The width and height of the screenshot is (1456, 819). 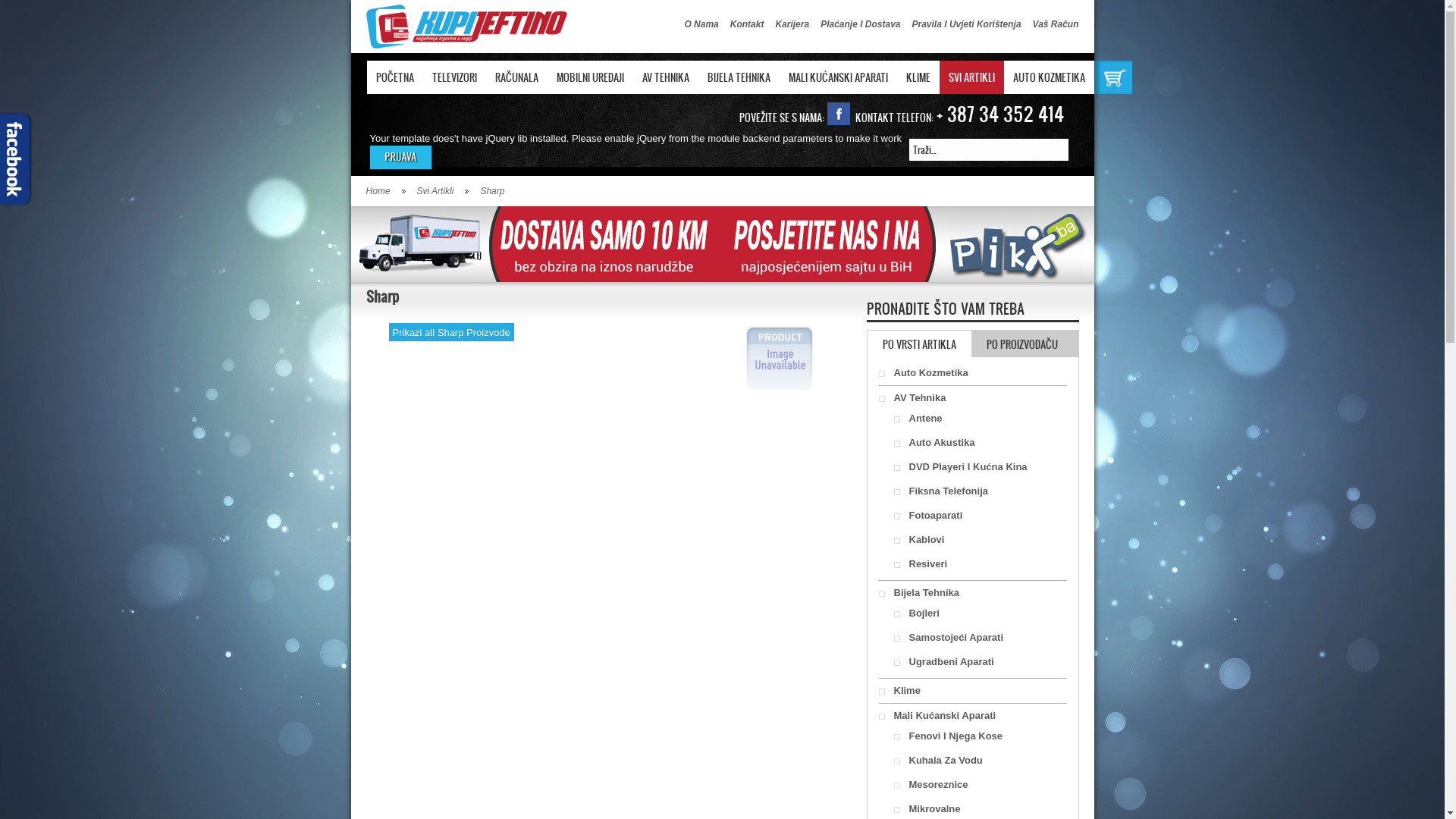 What do you see at coordinates (400, 157) in the screenshot?
I see `'LOGIN'` at bounding box center [400, 157].